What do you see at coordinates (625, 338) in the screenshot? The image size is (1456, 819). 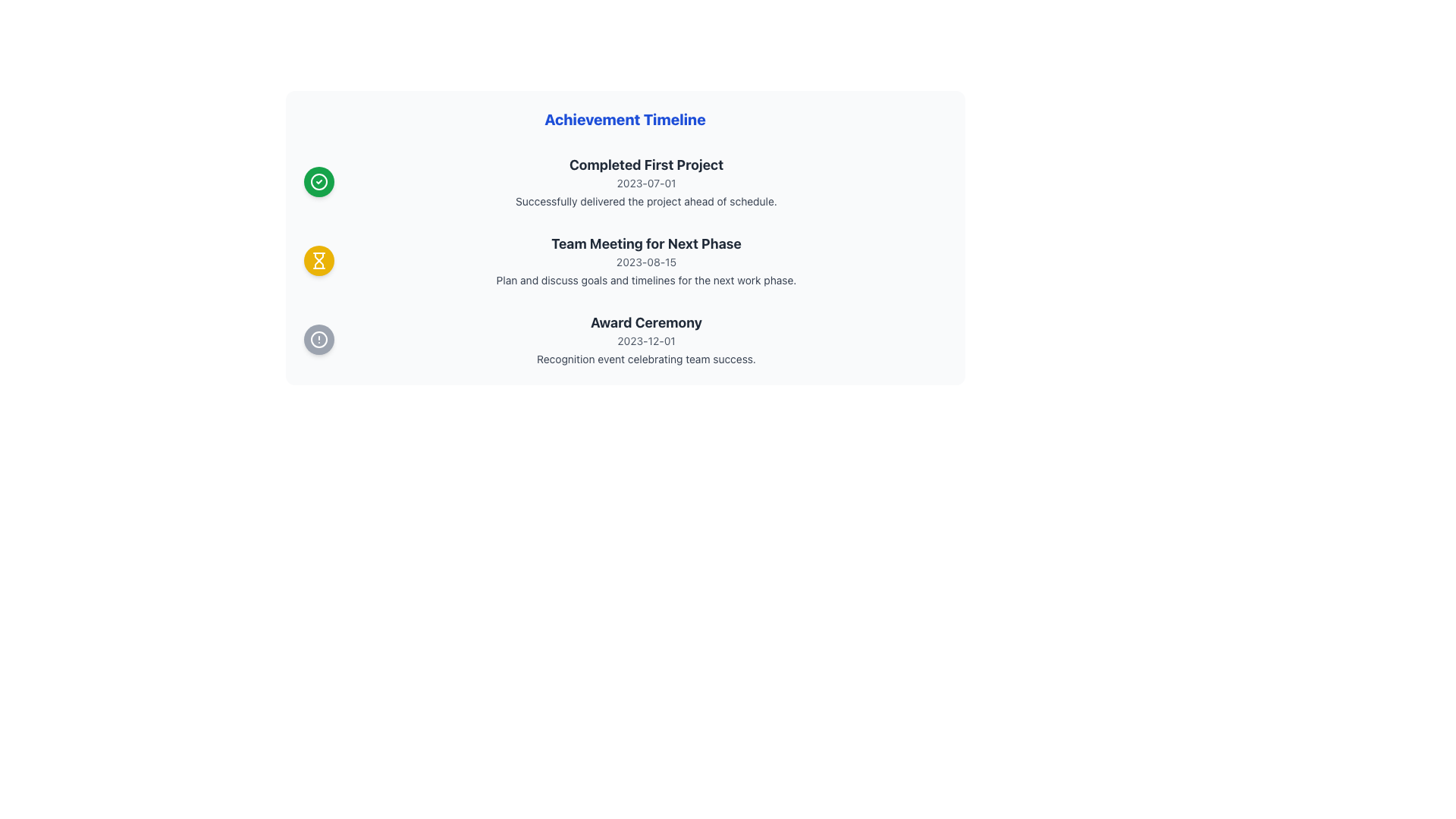 I see `information displayed in the 'Award Ceremony' Event Entry Block, which is the last entry under the 'Achievement Timeline' header` at bounding box center [625, 338].